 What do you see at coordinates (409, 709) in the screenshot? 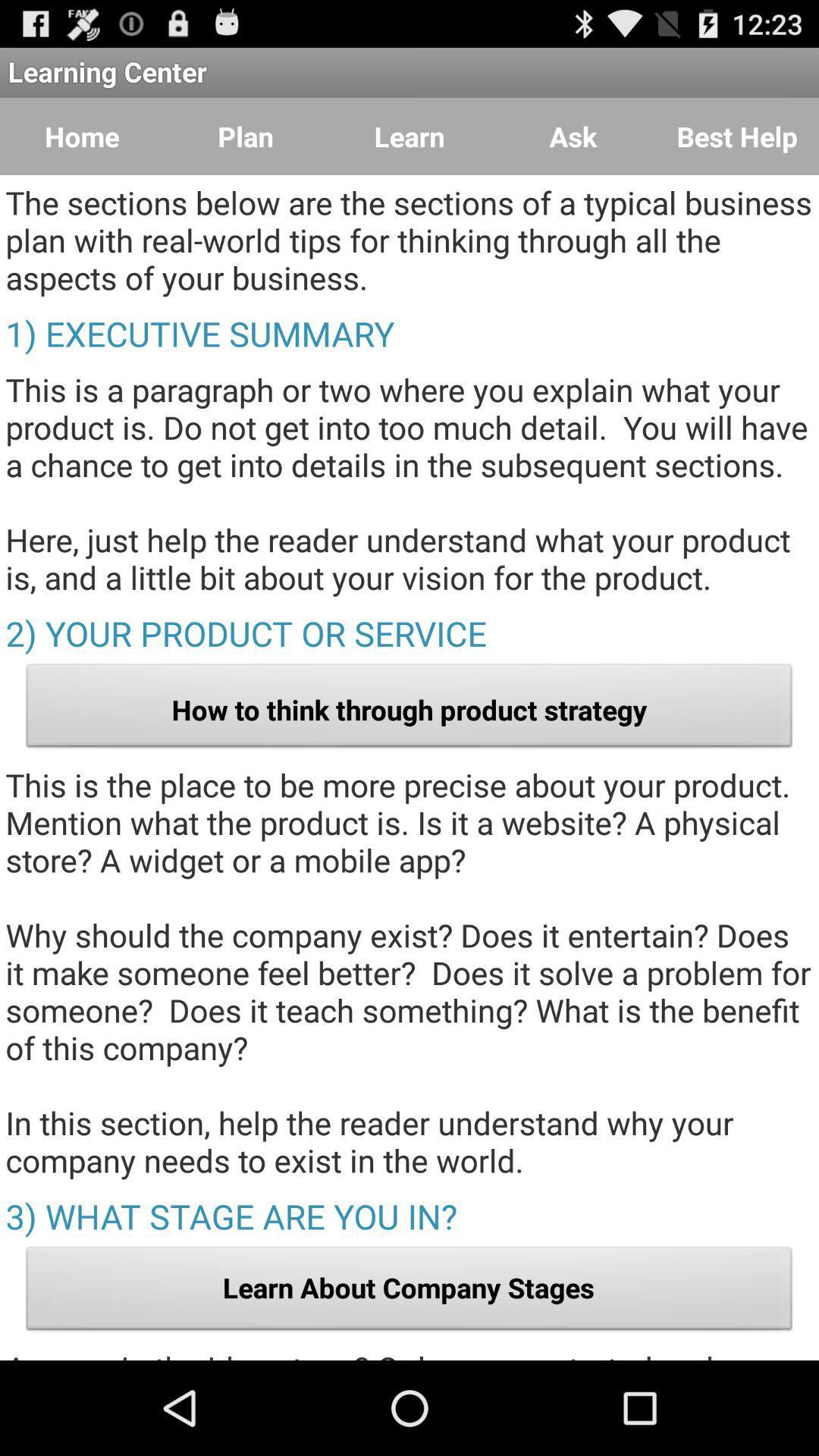
I see `the button which is below the your product or service` at bounding box center [409, 709].